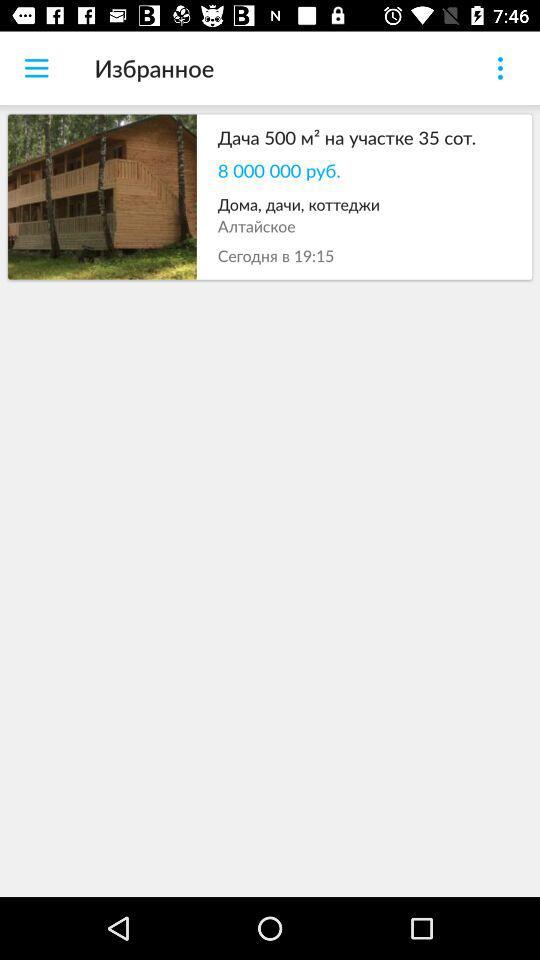 The image size is (540, 960). I want to click on the item below the 8 000 000, so click(363, 204).